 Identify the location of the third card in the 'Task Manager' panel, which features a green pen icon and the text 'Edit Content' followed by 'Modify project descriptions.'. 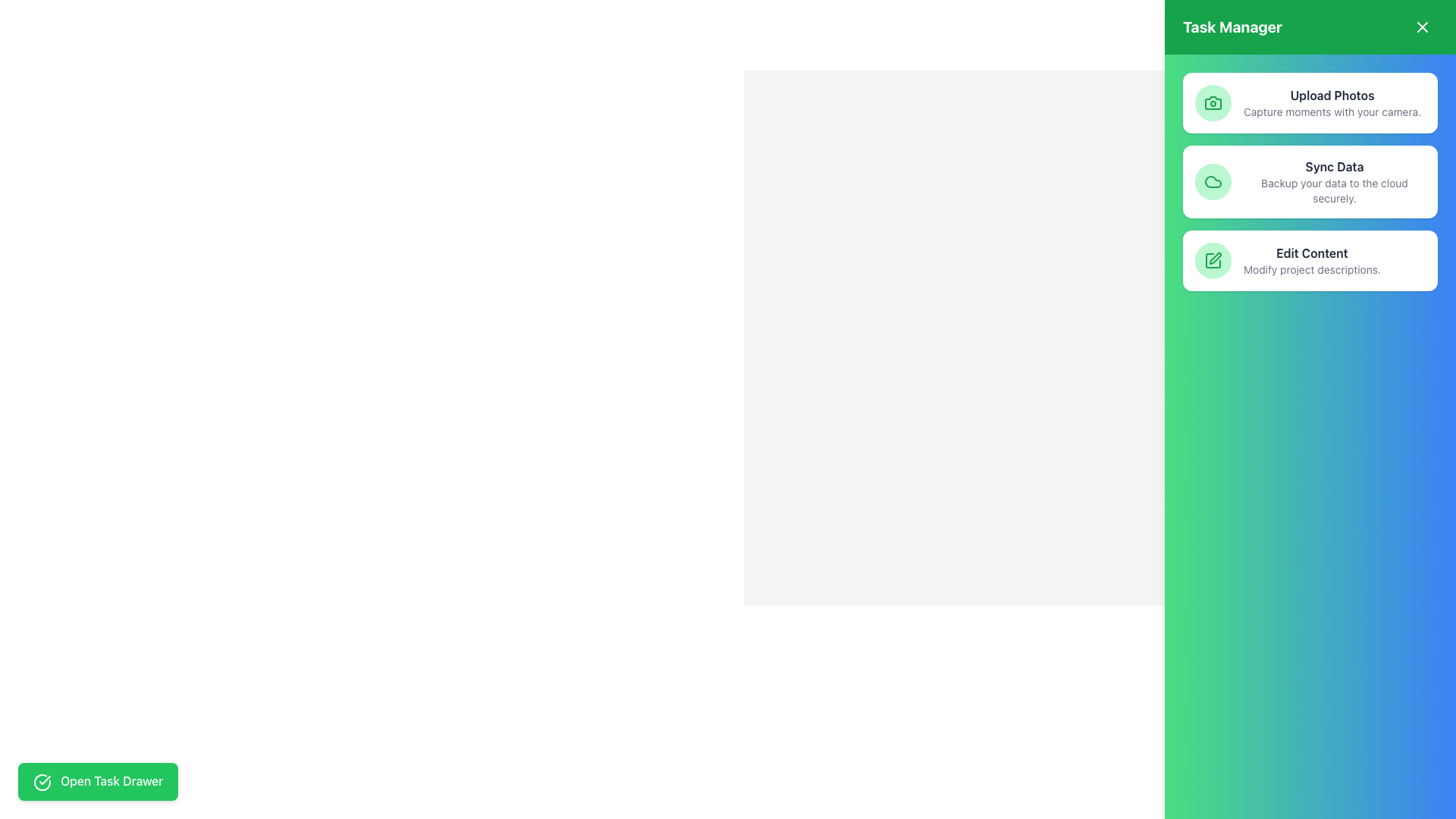
(1310, 259).